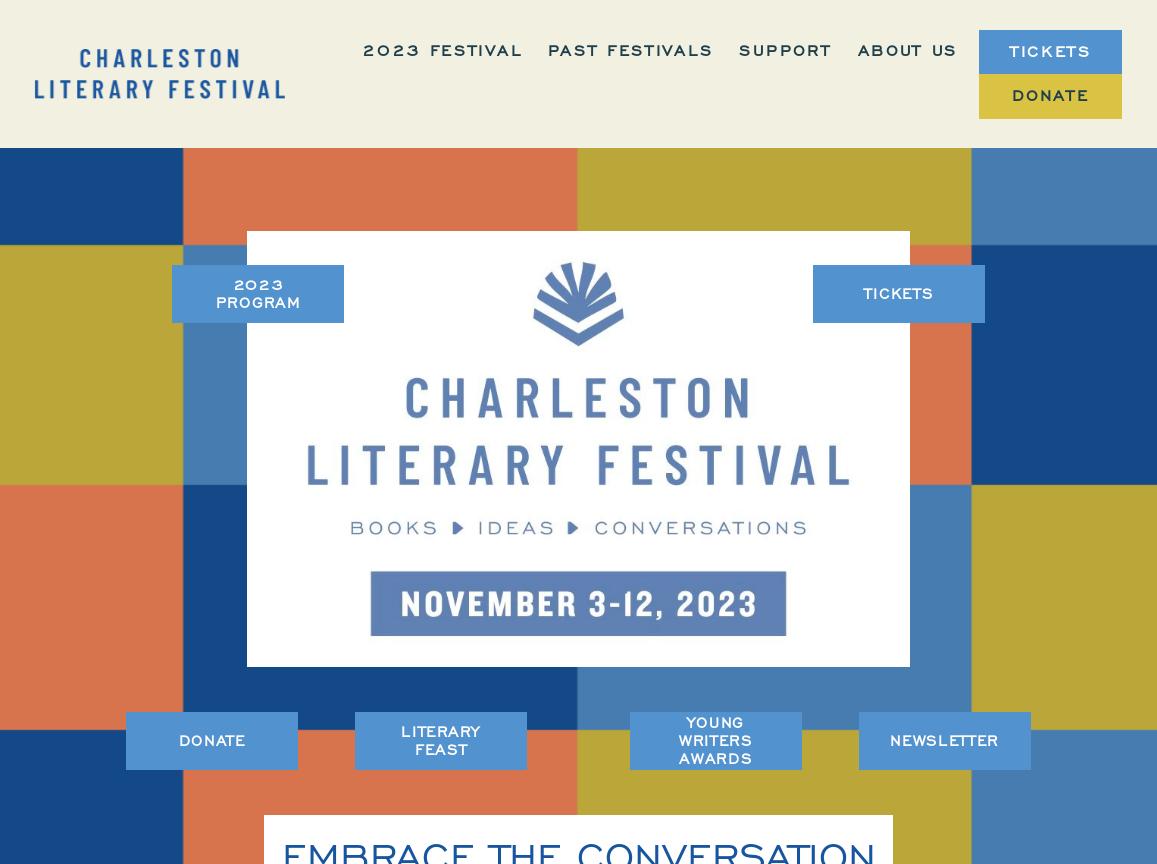 The image size is (1157, 864). I want to click on 'Press', so click(922, 351).